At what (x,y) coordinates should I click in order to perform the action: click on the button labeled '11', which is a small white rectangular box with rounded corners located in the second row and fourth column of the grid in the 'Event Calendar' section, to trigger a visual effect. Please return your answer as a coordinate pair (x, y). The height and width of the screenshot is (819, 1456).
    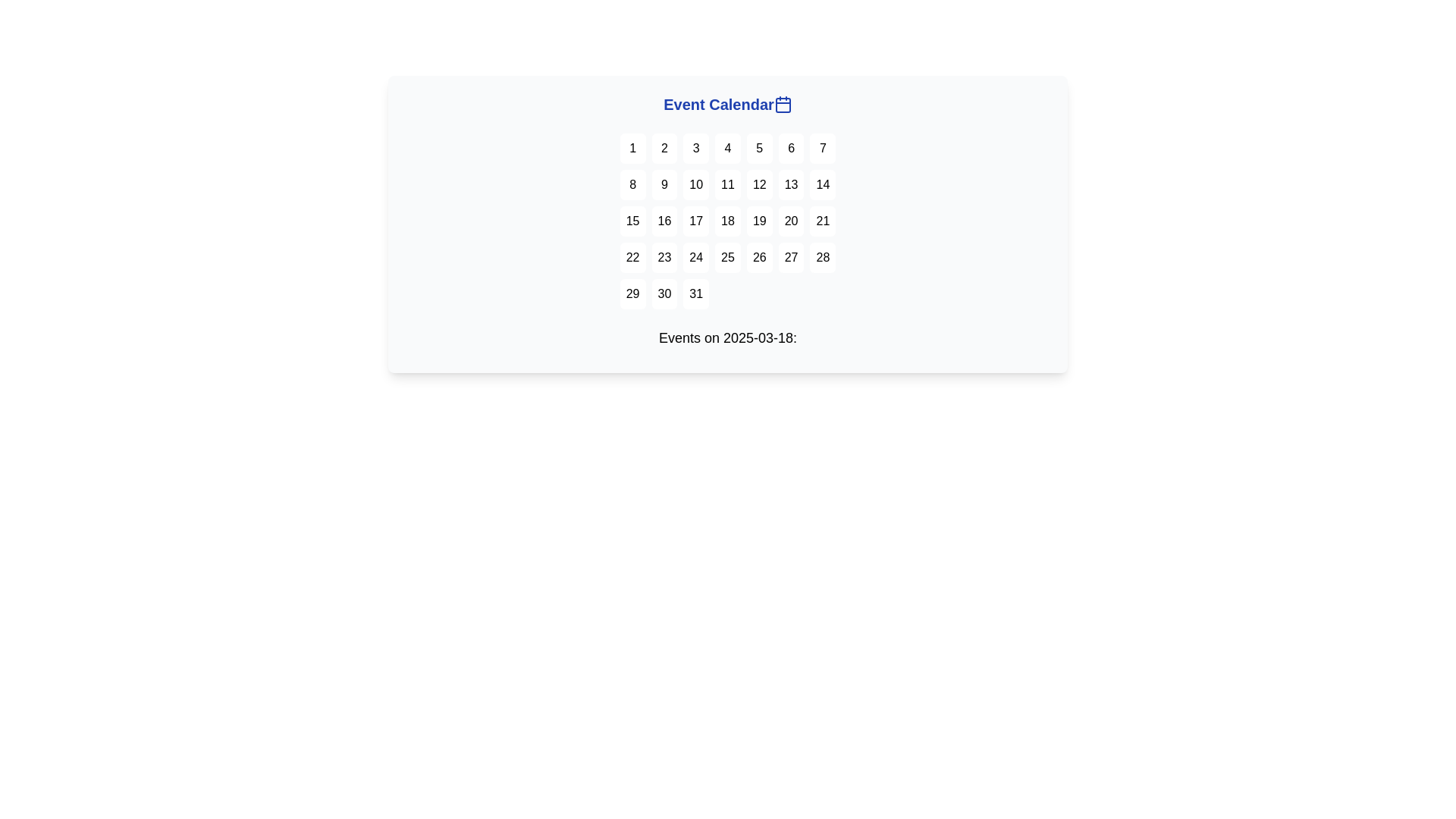
    Looking at the image, I should click on (728, 184).